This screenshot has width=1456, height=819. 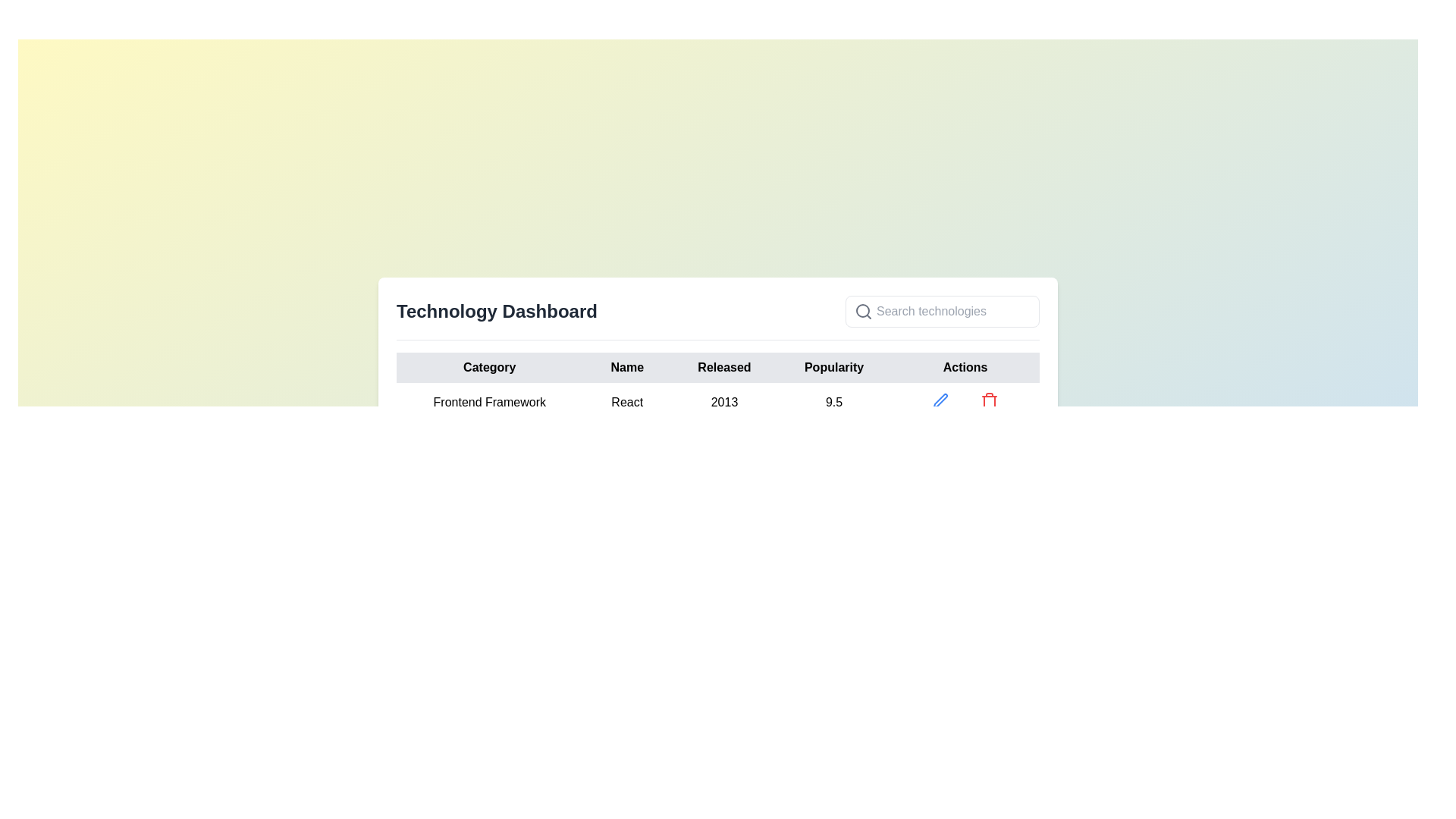 What do you see at coordinates (833, 401) in the screenshot?
I see `the static text label displaying the popularity score '9.5' for 'React' located in the fourth column under the 'Popularity' header in a table-like grid` at bounding box center [833, 401].